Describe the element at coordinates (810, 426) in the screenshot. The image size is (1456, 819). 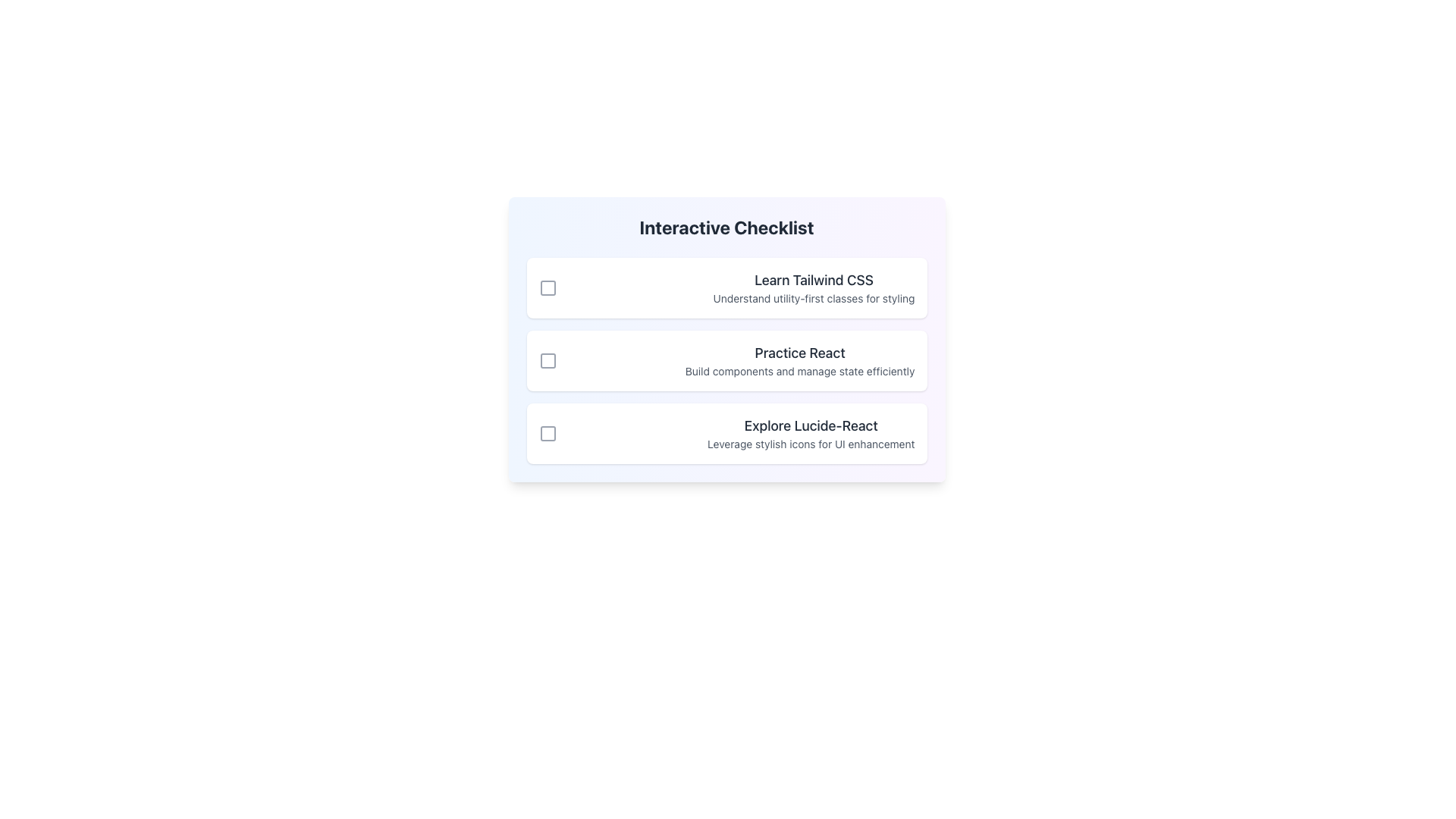
I see `the heading text of the third item in the vertical checklist layout, which describes the action 'Leverage stylish icons for UI enhancement'` at that location.